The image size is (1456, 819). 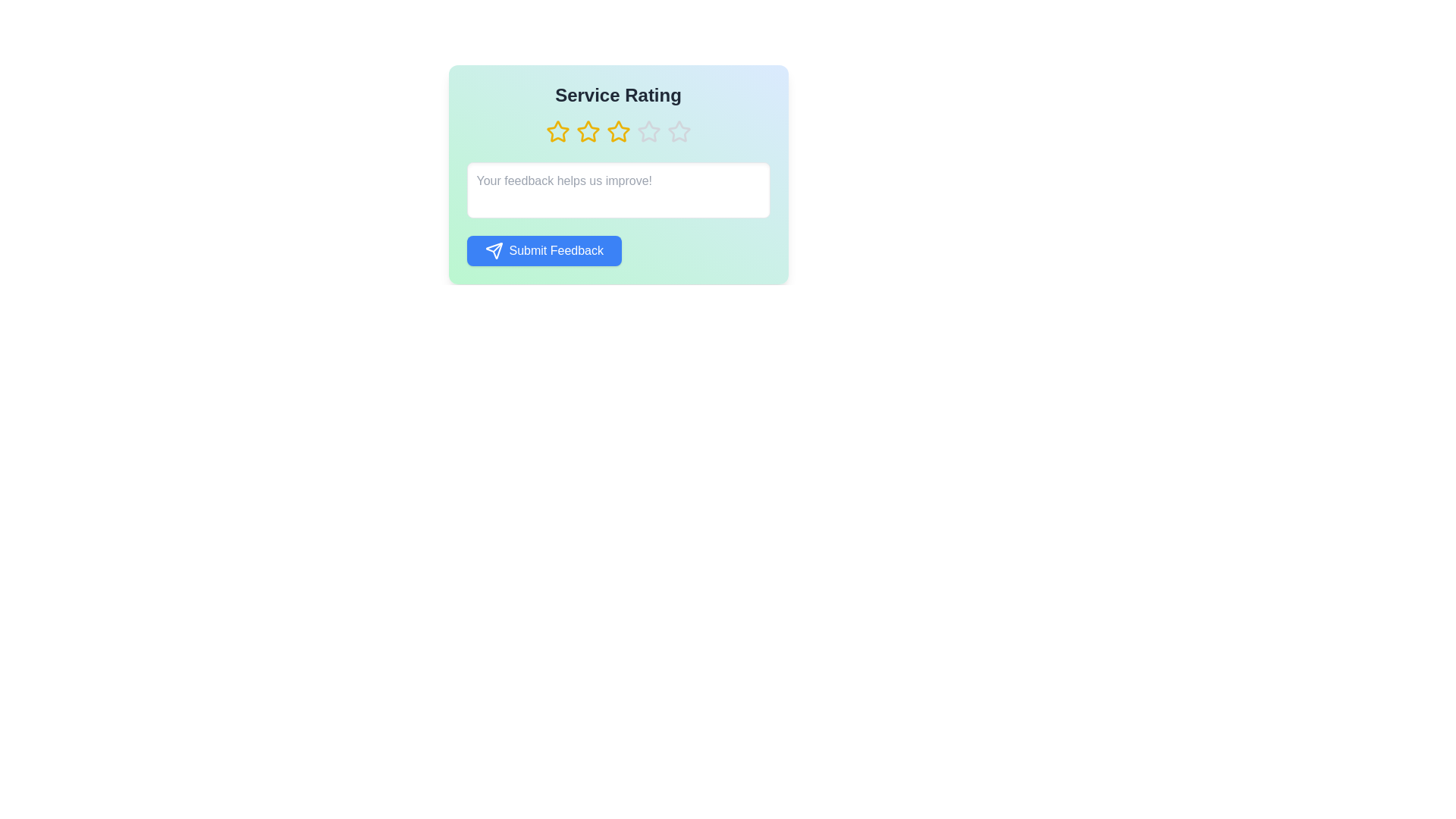 I want to click on the fourth star icon, so click(x=618, y=130).